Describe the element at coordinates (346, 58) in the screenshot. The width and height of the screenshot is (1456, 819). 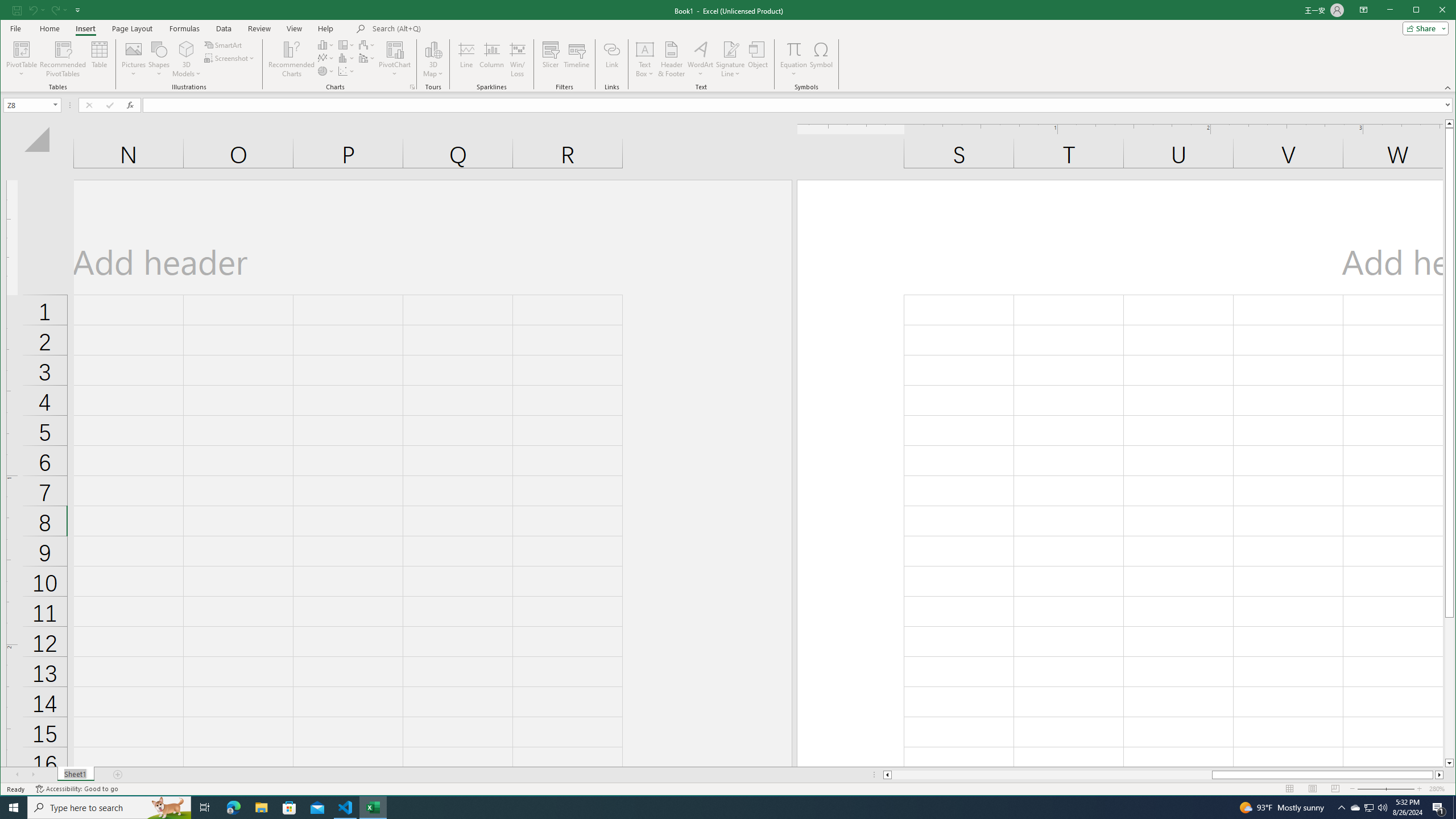
I see `'Insert Statistic Chart'` at that location.